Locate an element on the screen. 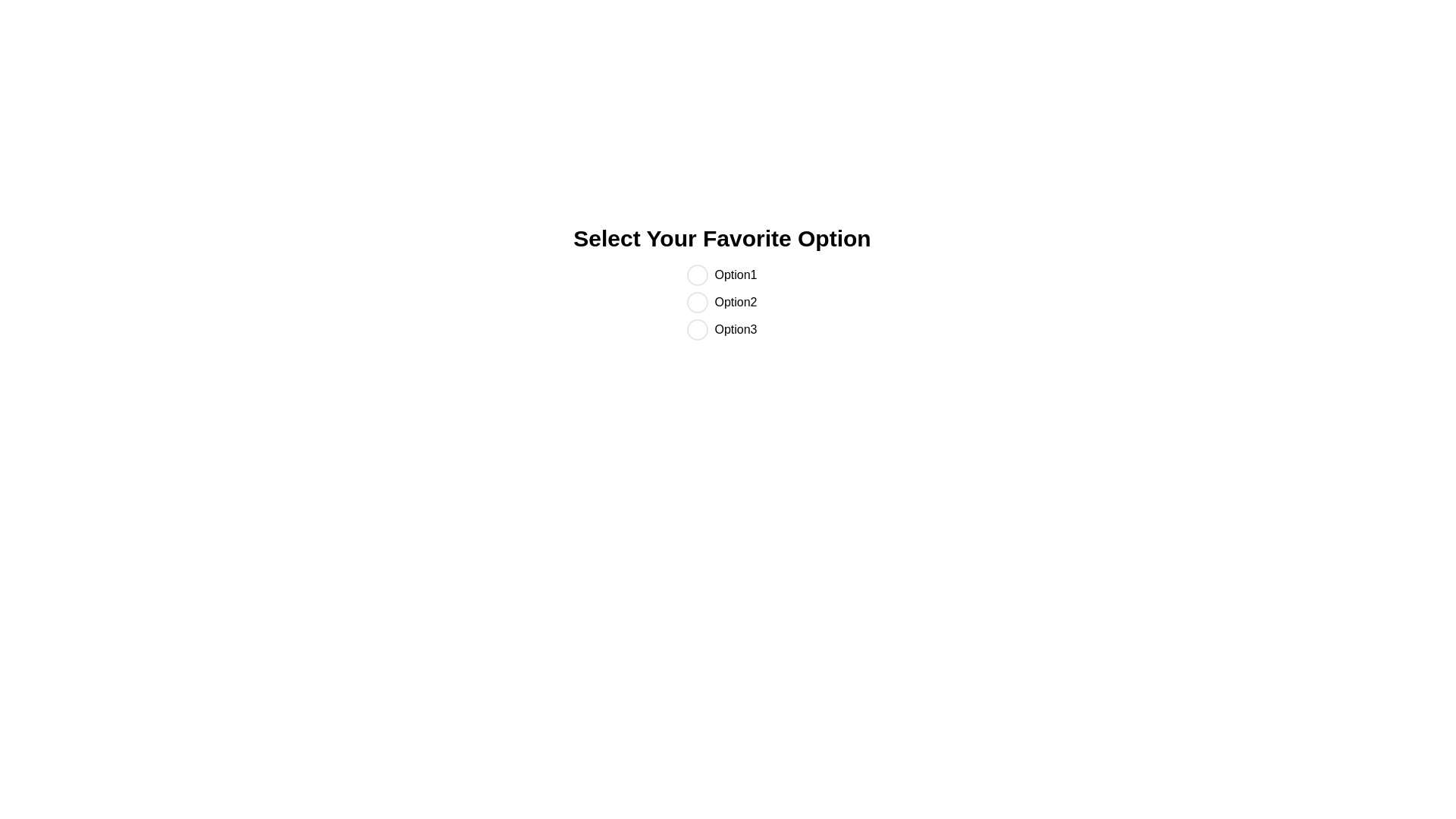 The height and width of the screenshot is (819, 1456). the interactive radio button for 'Option1' to enable keyboard interaction is located at coordinates (697, 275).